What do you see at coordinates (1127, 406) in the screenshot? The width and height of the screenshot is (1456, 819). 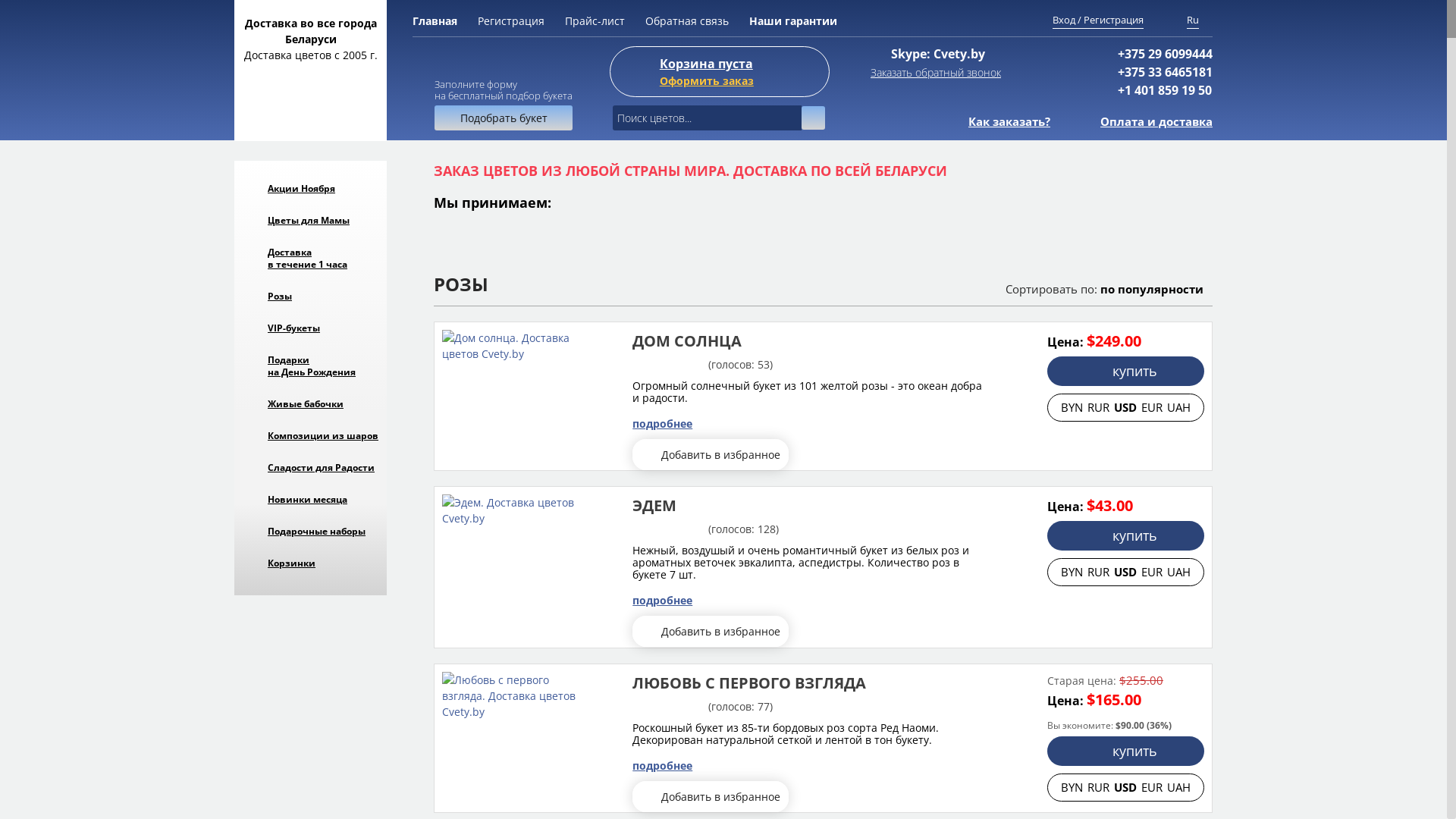 I see `'USD'` at bounding box center [1127, 406].